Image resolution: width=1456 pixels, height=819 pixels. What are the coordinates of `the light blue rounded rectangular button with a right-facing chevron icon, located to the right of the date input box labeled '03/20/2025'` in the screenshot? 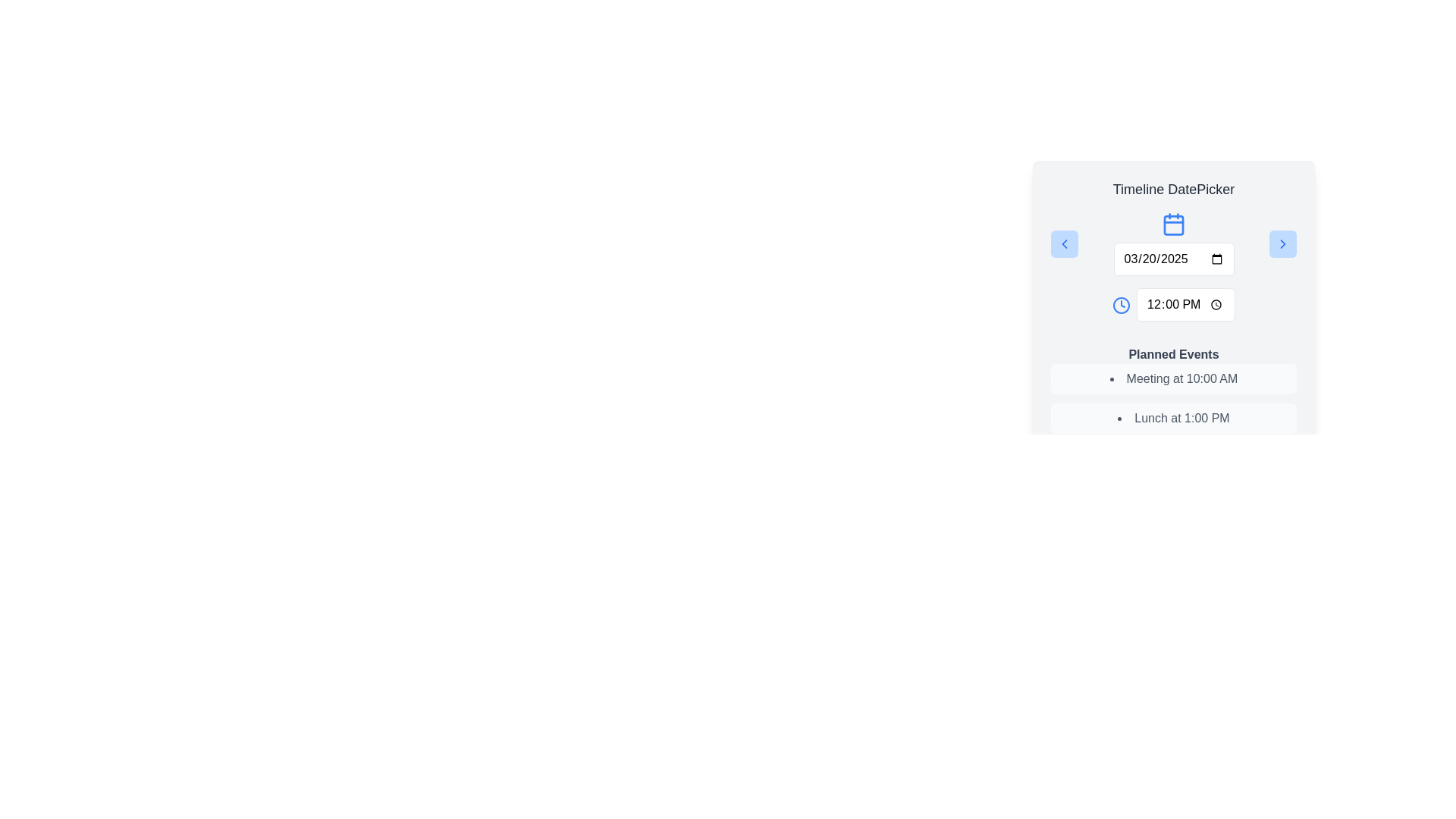 It's located at (1282, 243).